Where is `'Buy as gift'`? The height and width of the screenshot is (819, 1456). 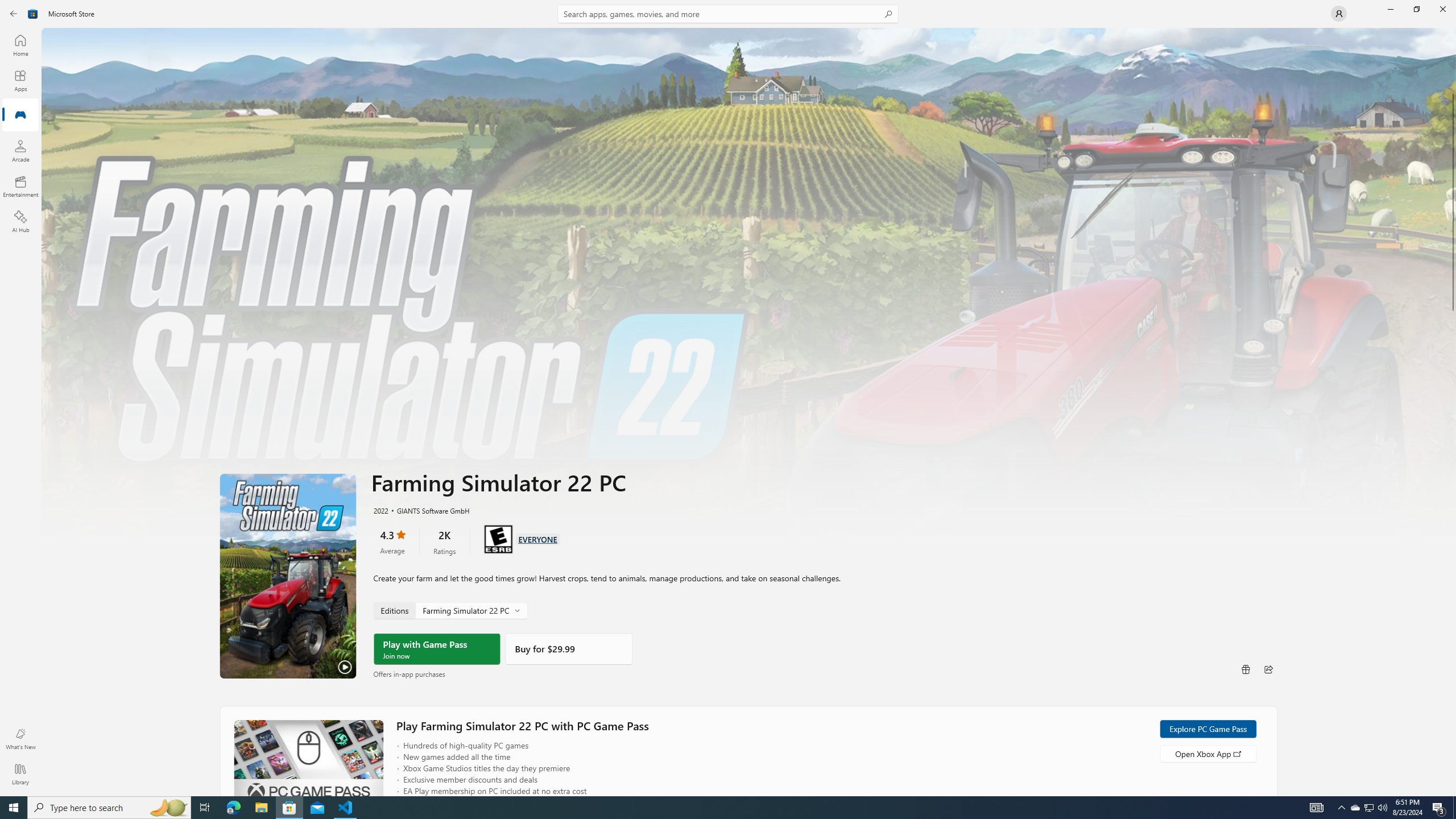 'Buy as gift' is located at coordinates (1245, 668).